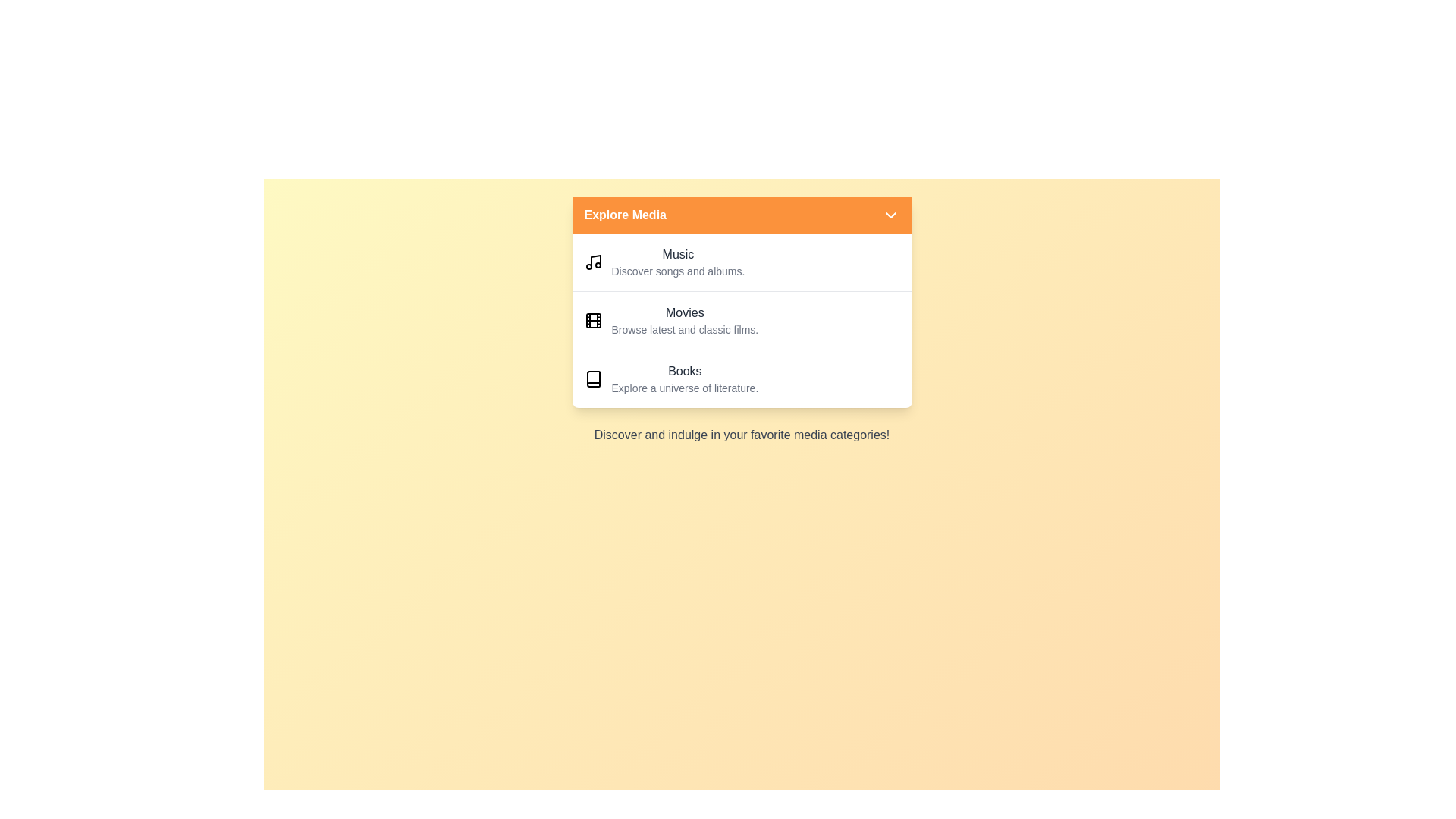  I want to click on the icon representing the Music category, so click(592, 262).